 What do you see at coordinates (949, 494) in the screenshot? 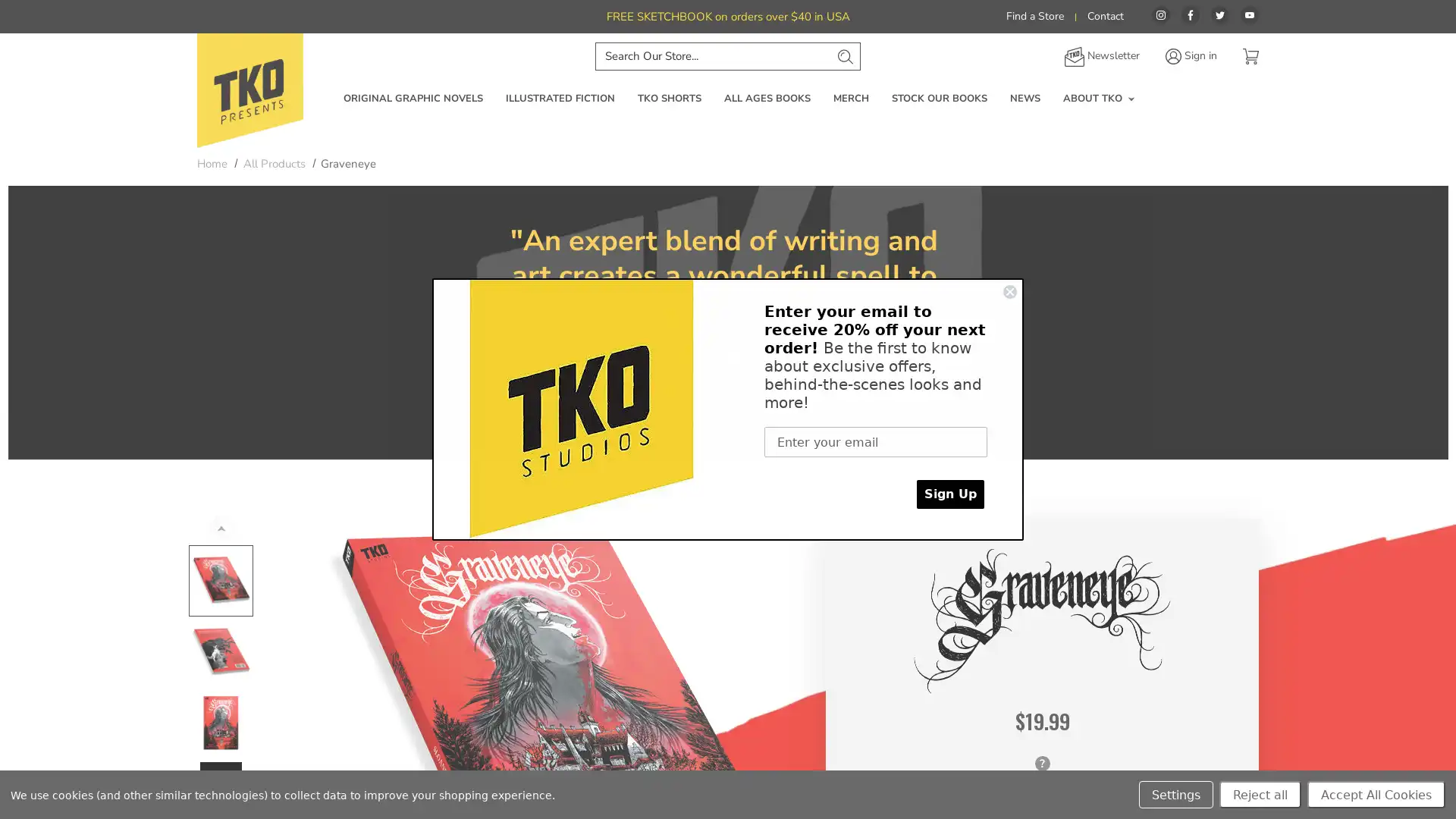
I see `Sign Up` at bounding box center [949, 494].